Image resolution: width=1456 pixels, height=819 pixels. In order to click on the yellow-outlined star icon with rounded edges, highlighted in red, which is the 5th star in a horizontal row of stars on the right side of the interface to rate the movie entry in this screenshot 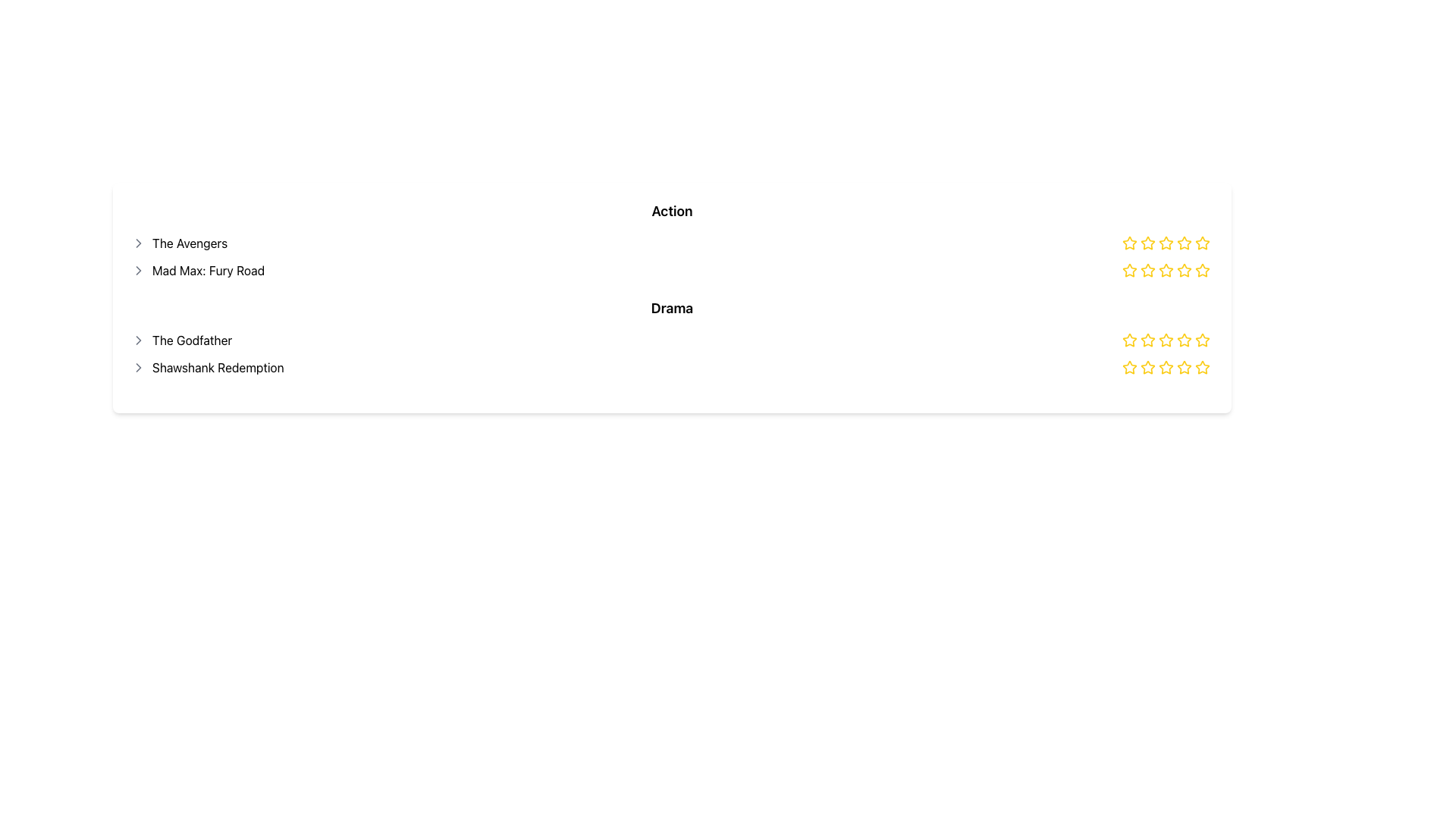, I will do `click(1183, 339)`.